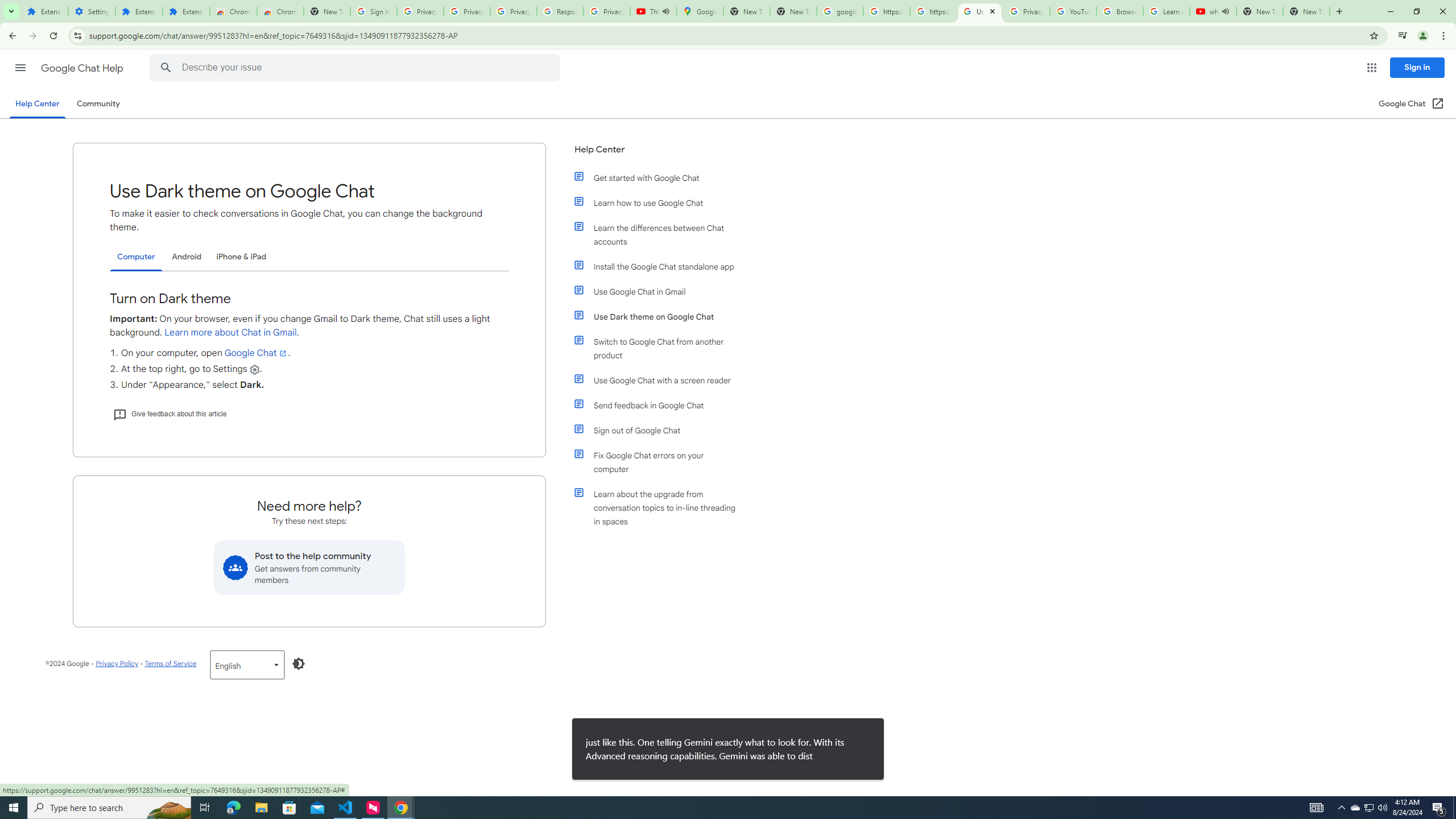  I want to click on 'Enable Dark Mode', so click(299, 664).